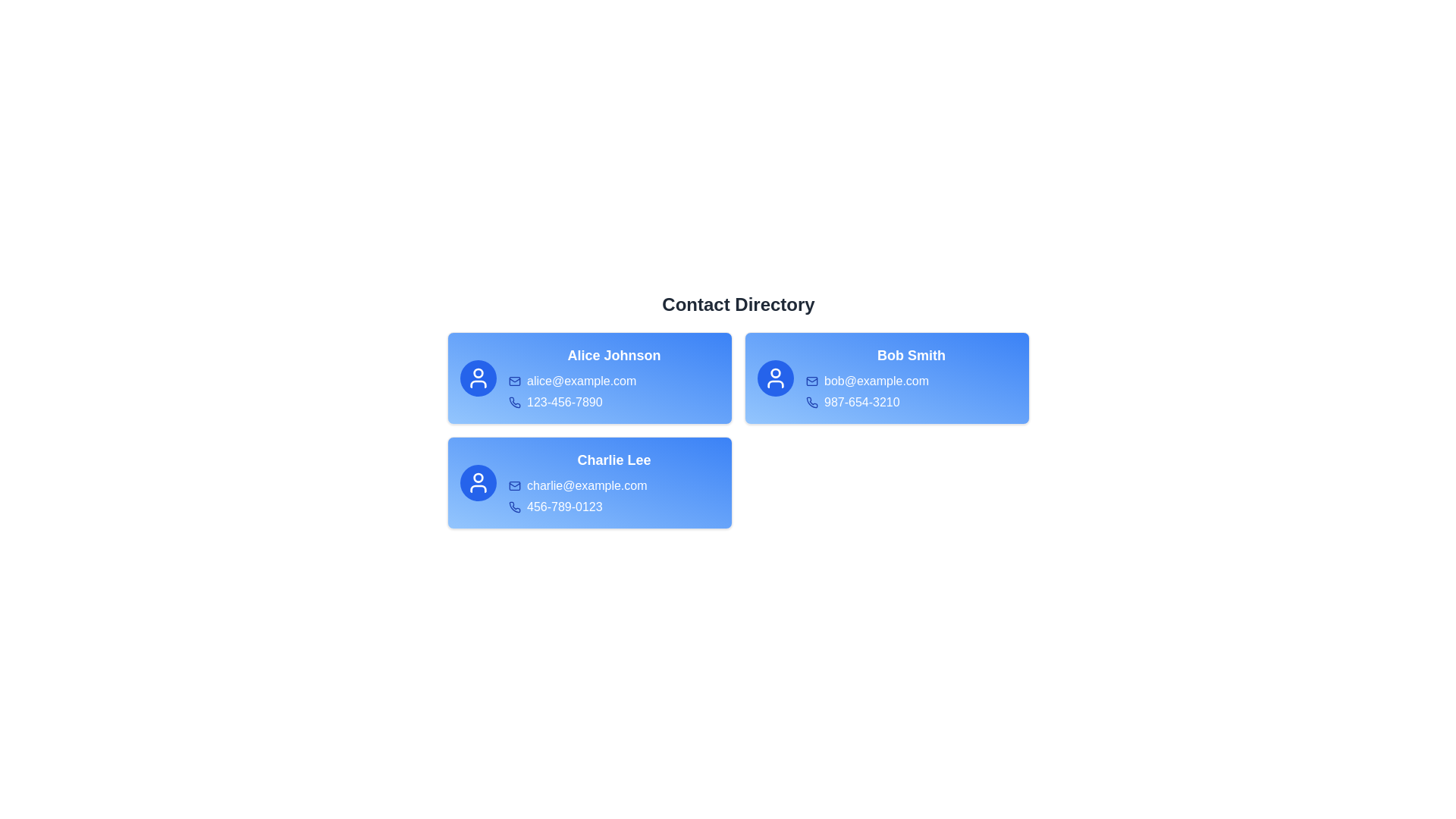 Image resolution: width=1456 pixels, height=819 pixels. Describe the element at coordinates (614, 380) in the screenshot. I see `the email address alice@example.com and select 'Copy' from the context menu` at that location.